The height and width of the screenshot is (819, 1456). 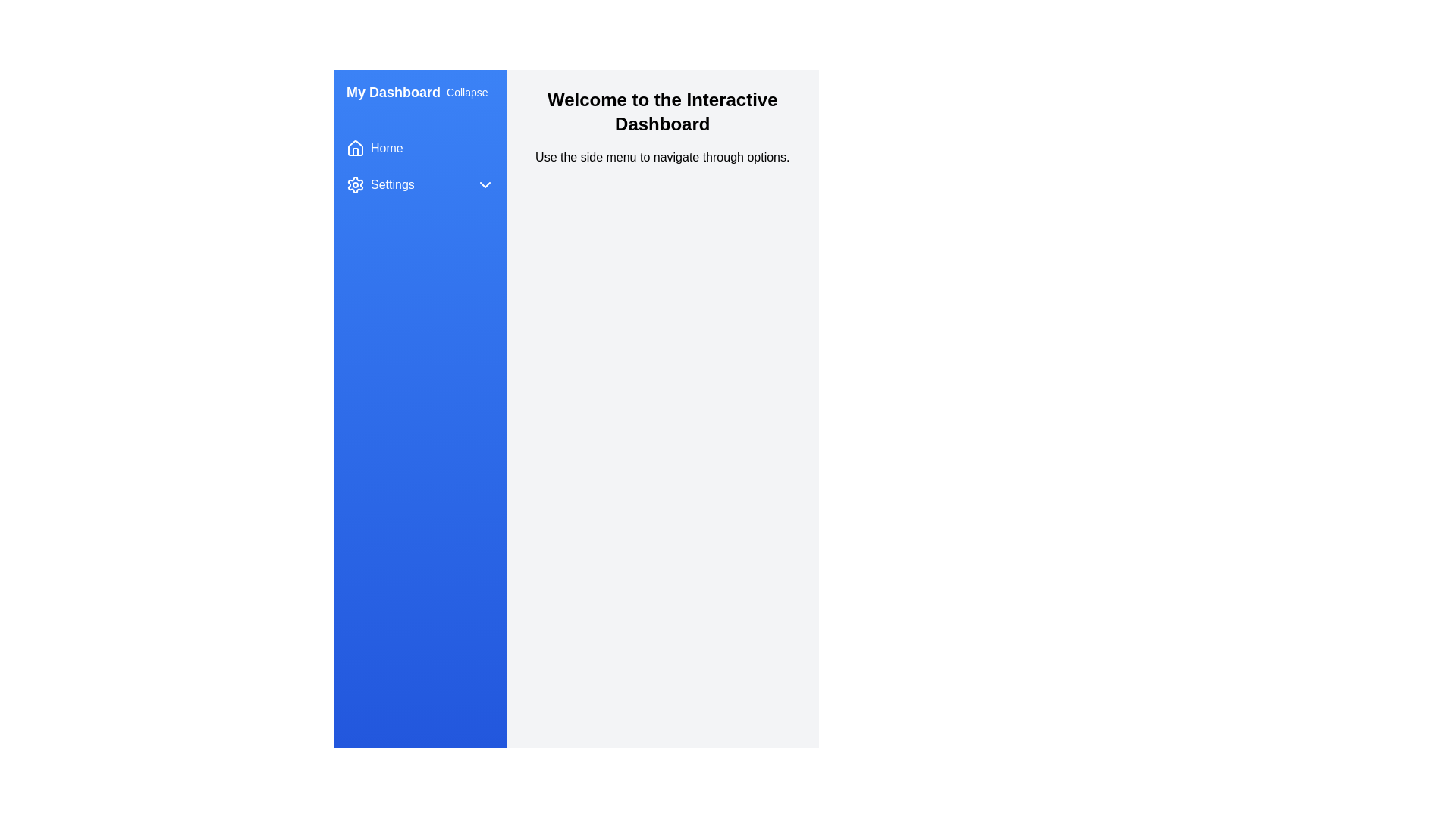 I want to click on the static text element that reads 'Use the side menu to navigate through options', located below the header 'Welcome to the Interactive Dashboard', so click(x=662, y=158).